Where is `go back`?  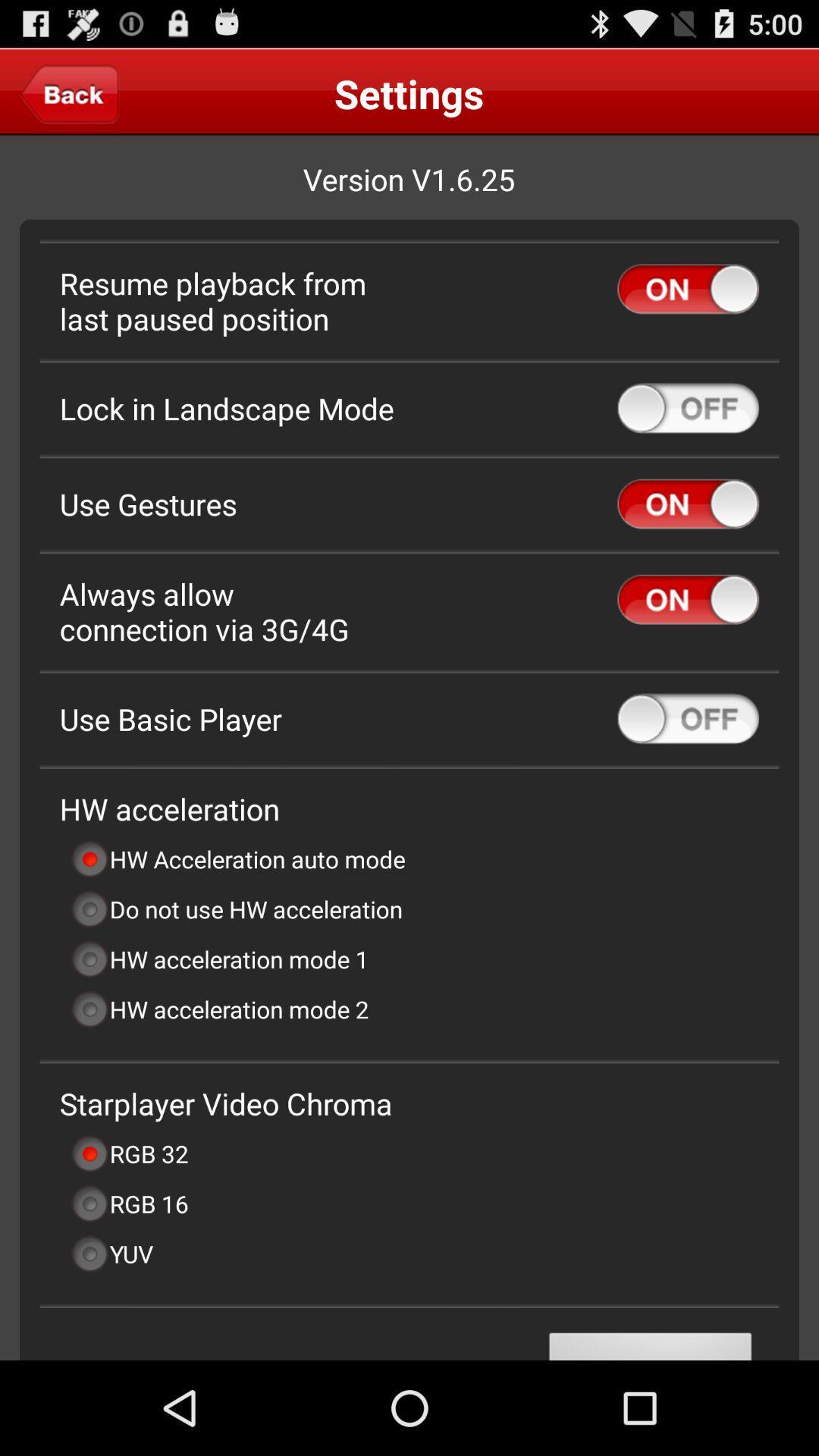 go back is located at coordinates (69, 93).